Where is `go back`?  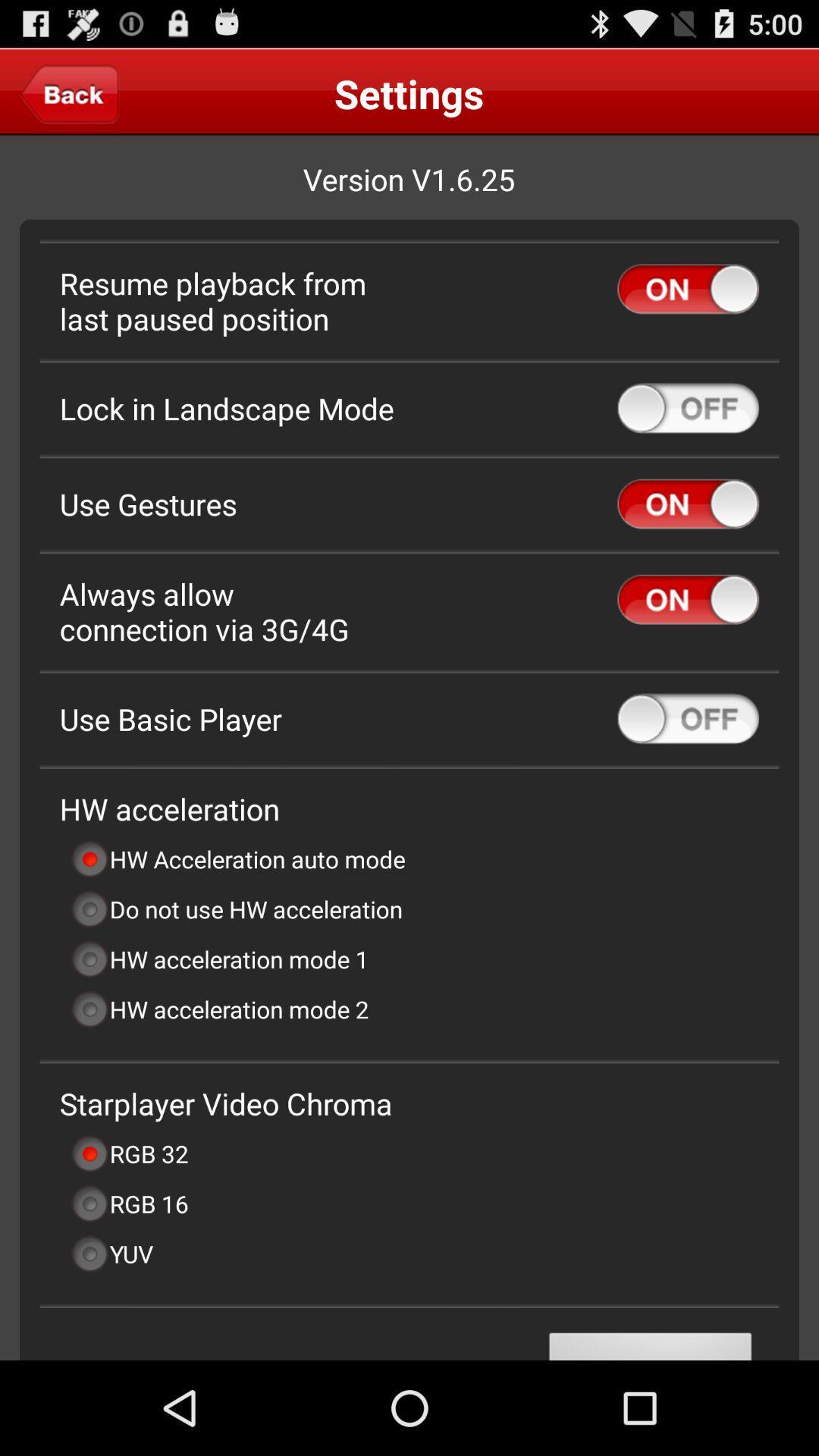 go back is located at coordinates (69, 93).